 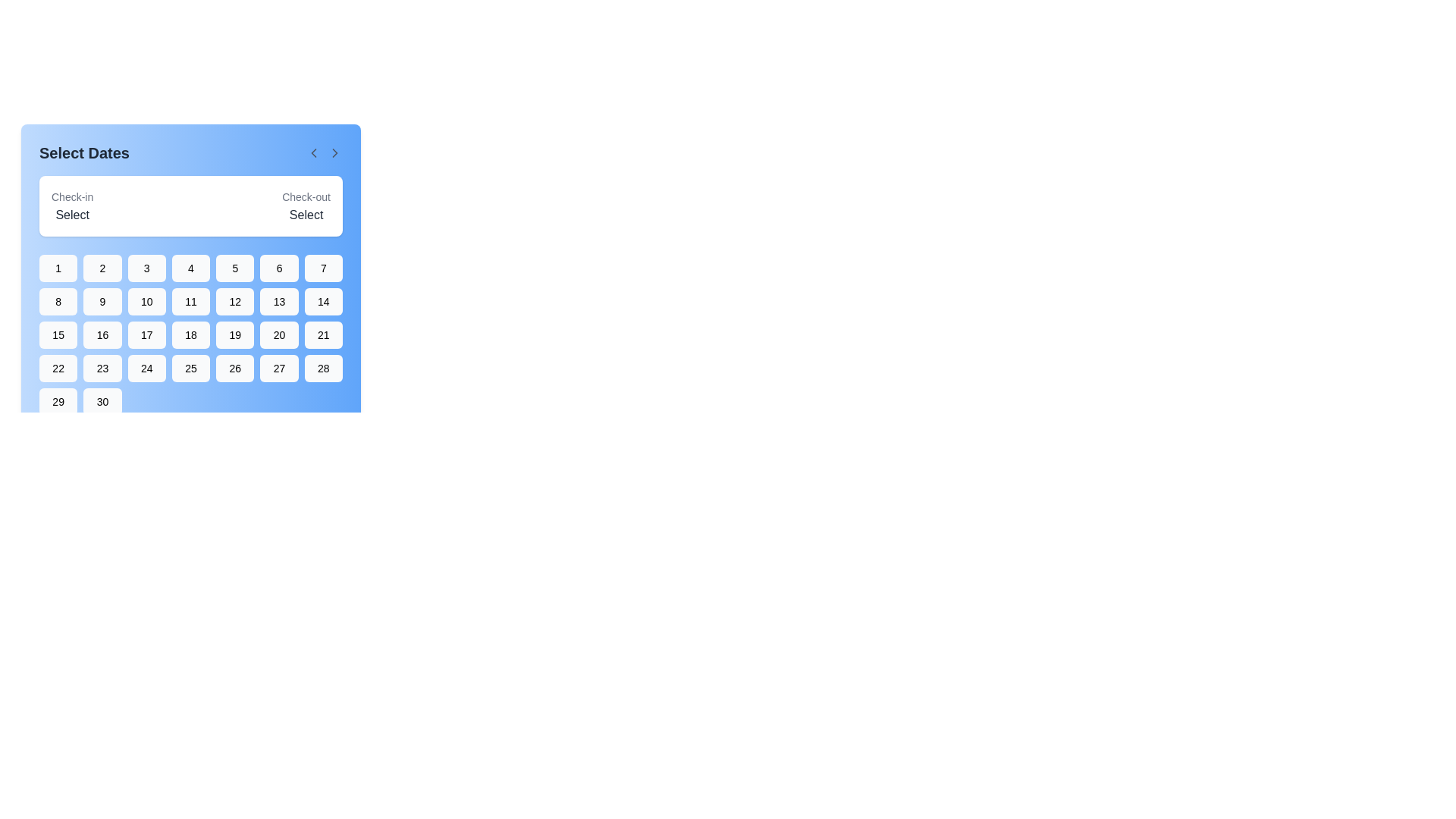 What do you see at coordinates (58, 301) in the screenshot?
I see `the date selection button labeled '8' in the calendar grid` at bounding box center [58, 301].